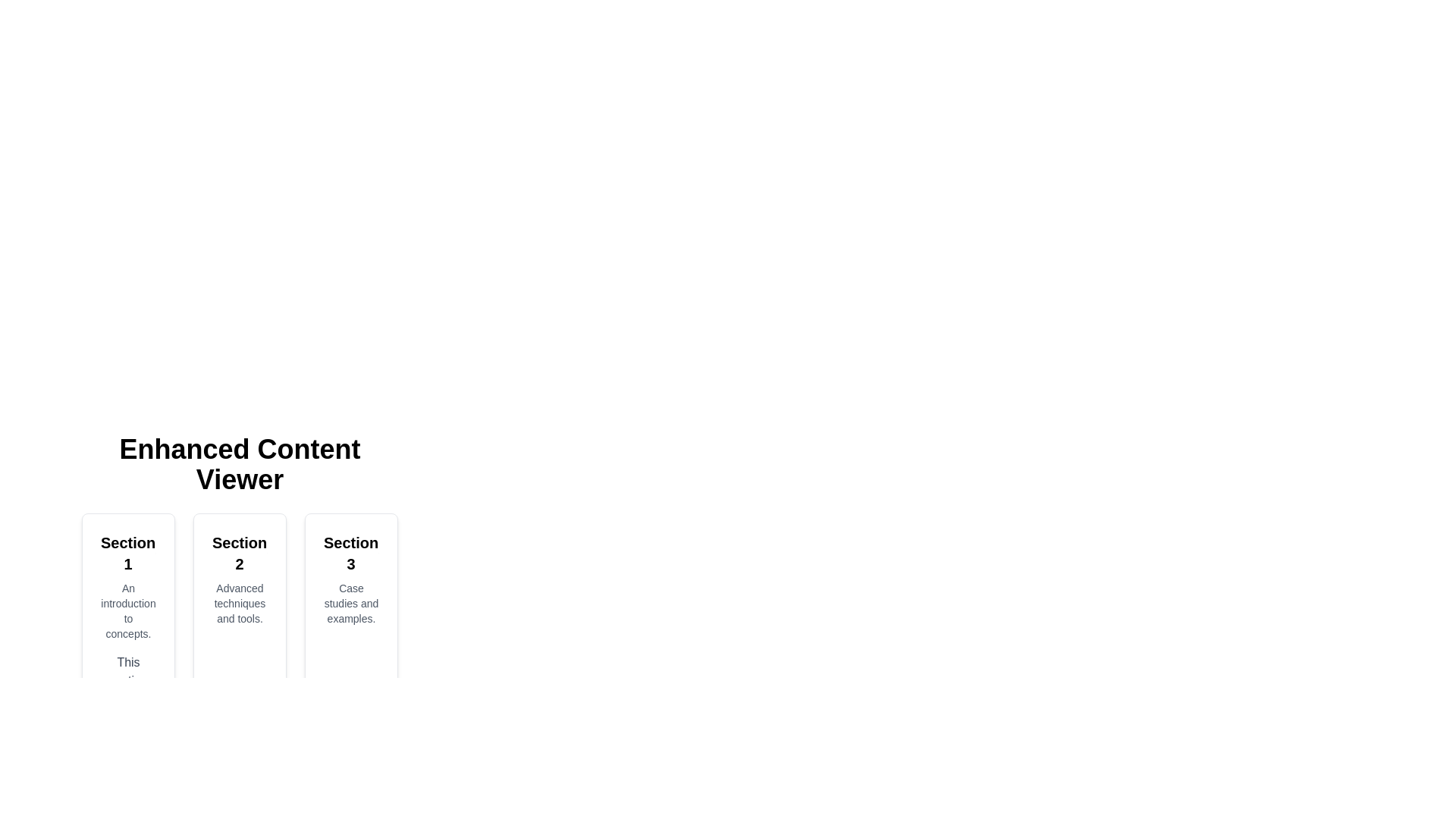  I want to click on the 'Section 2' text label, which is a bold and larger font styled header located at the top of a central card in a three-column layout, so click(239, 553).